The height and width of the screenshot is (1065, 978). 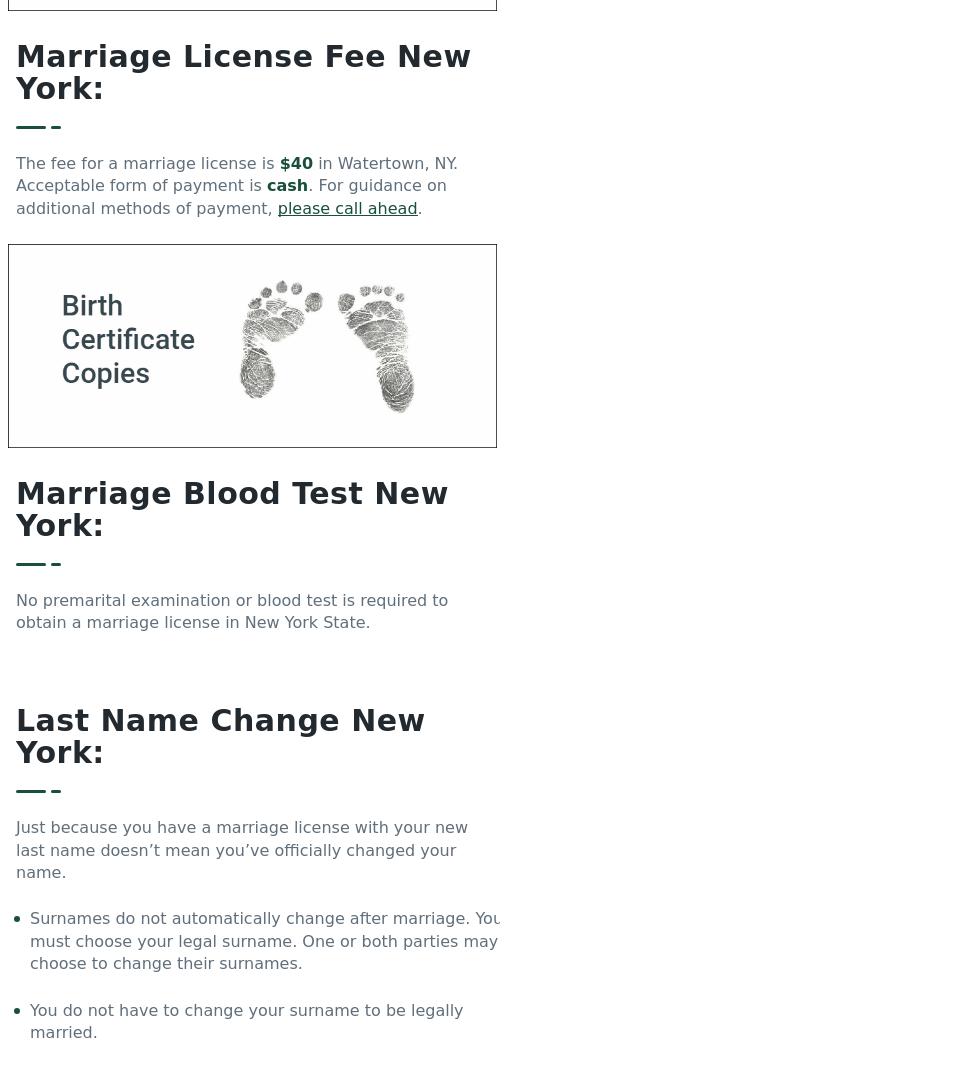 I want to click on '$40', so click(x=278, y=162).